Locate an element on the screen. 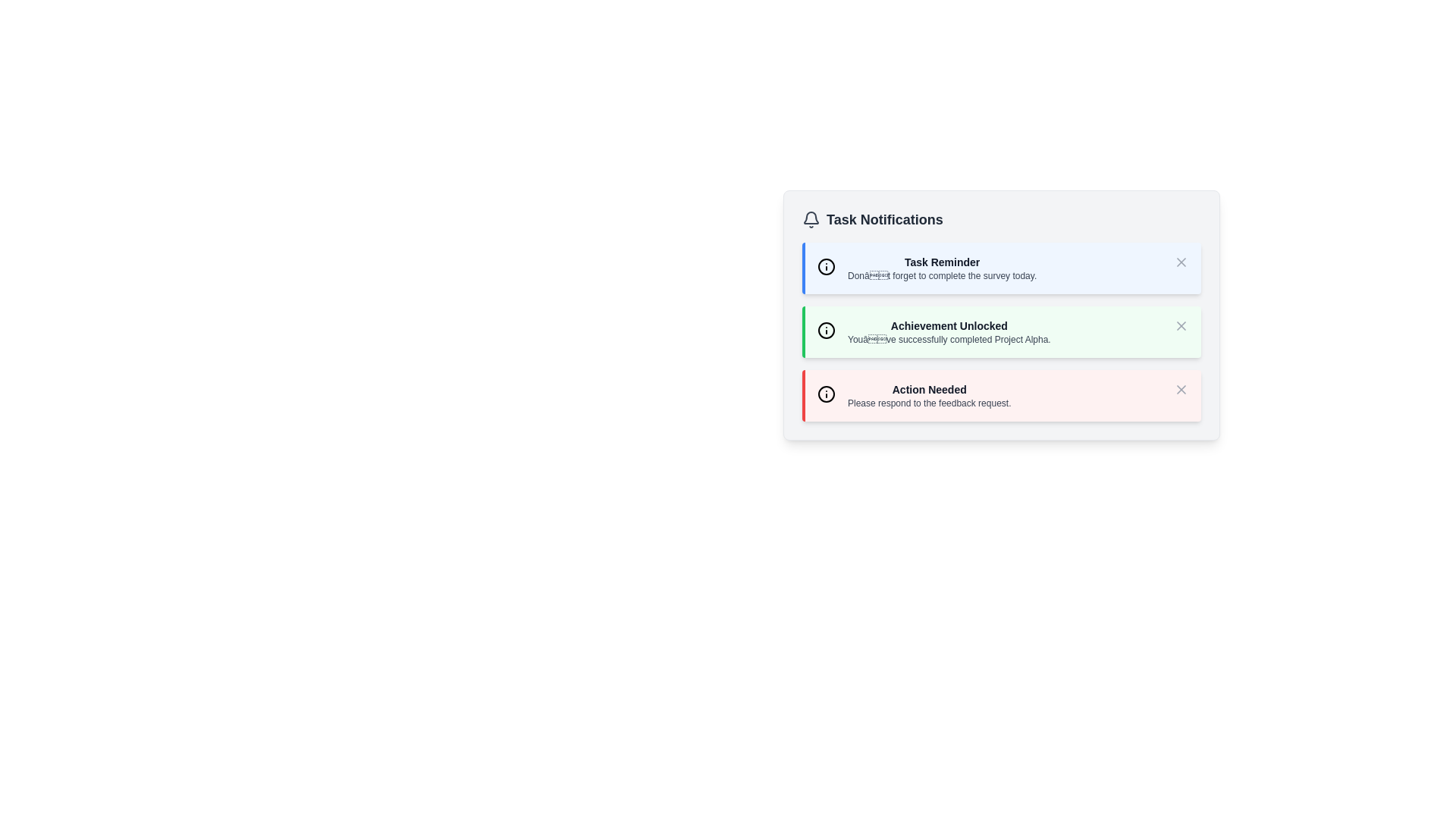 This screenshot has width=1456, height=819. the text block containing the title 'Task Reminder' and subtitle 'Don’t forget to complete the survey today', which is styled in a light blue rectangular area within the first notification card is located at coordinates (941, 268).